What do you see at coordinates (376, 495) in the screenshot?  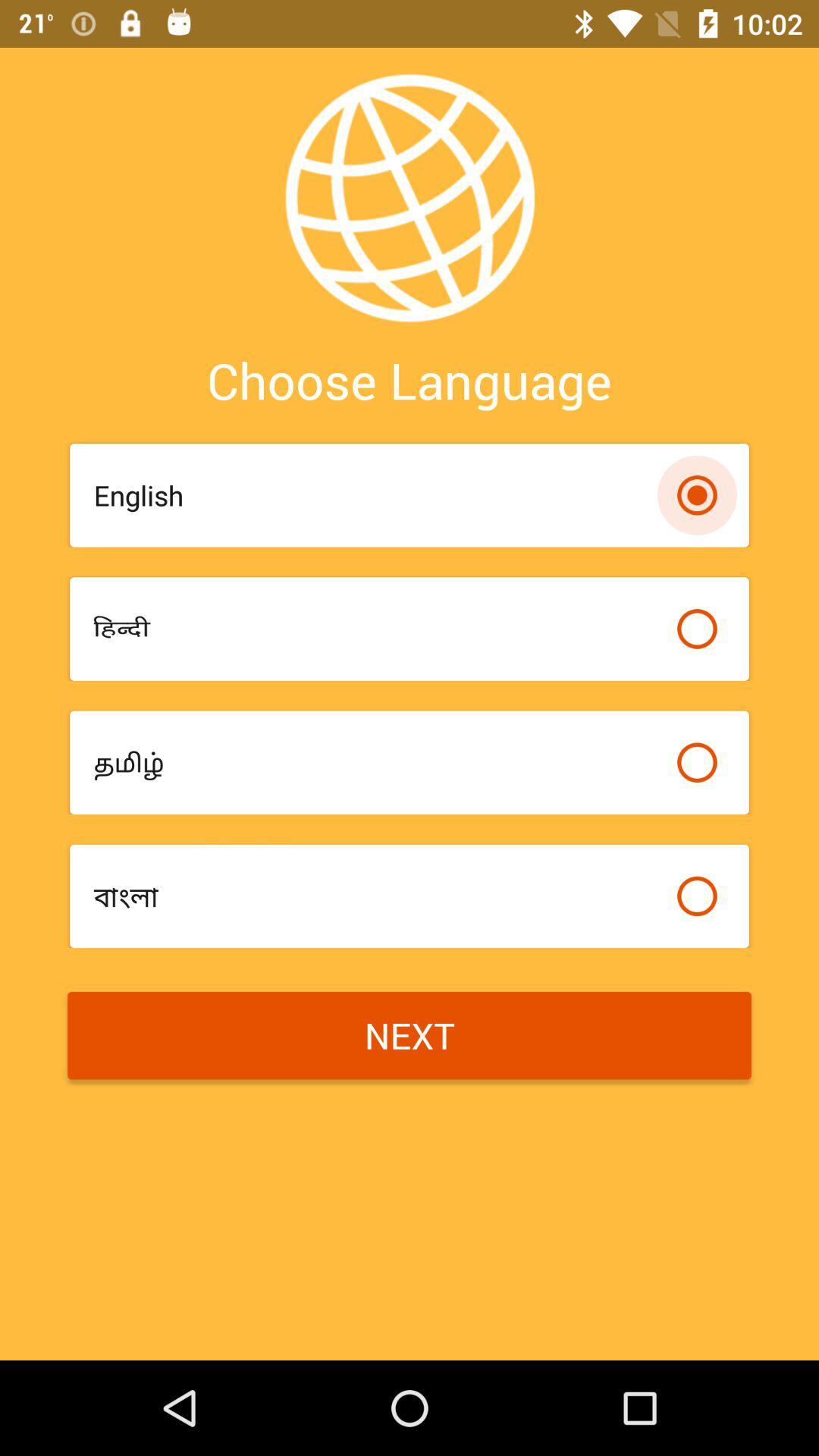 I see `the english` at bounding box center [376, 495].